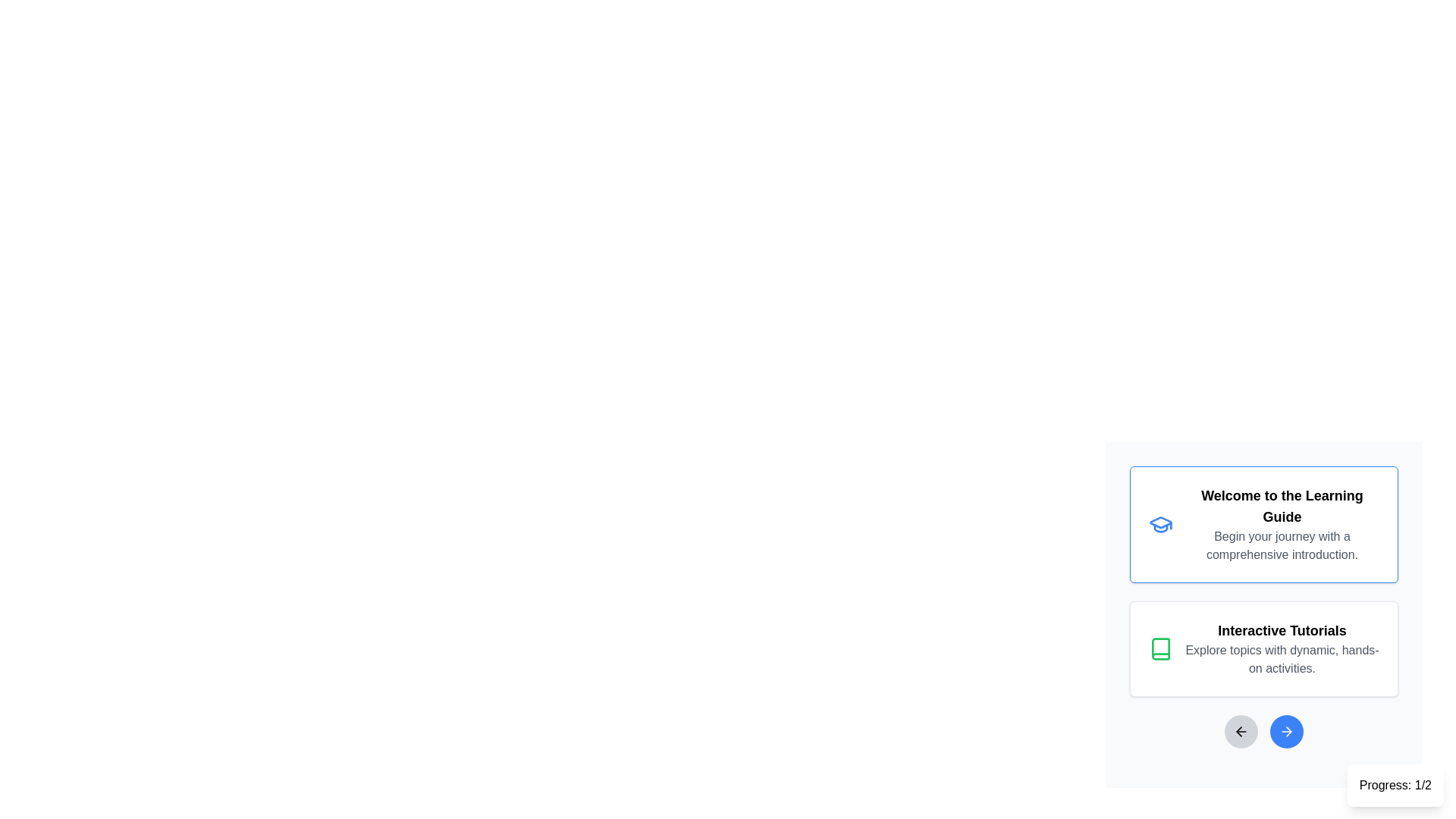 Image resolution: width=1456 pixels, height=819 pixels. What do you see at coordinates (1160, 648) in the screenshot?
I see `the 'Interactive Tutorials' icon located to the left side of the 'Interactive Tutorials' text in the second item of the list` at bounding box center [1160, 648].